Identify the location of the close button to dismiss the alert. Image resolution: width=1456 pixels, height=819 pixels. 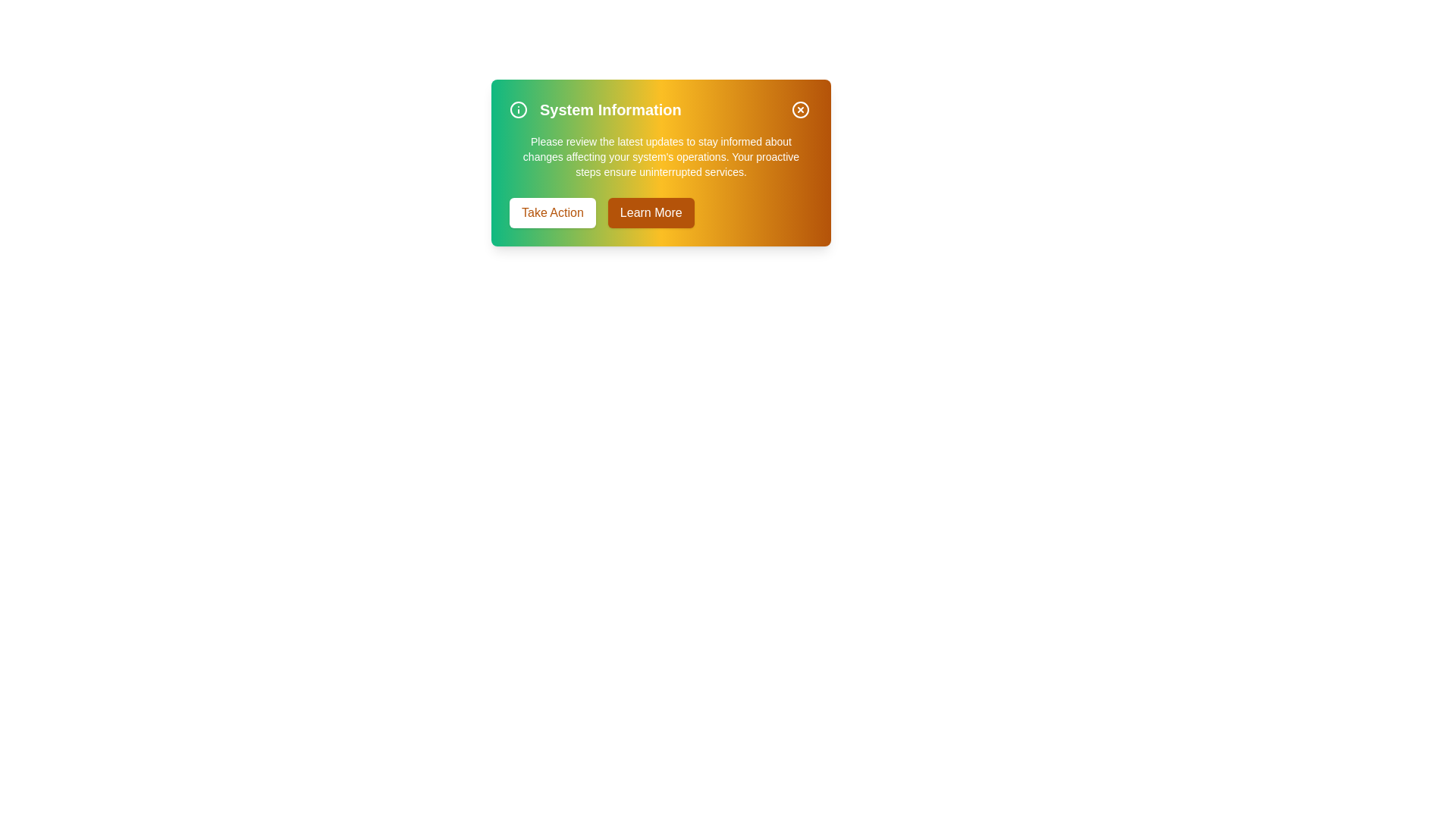
(800, 109).